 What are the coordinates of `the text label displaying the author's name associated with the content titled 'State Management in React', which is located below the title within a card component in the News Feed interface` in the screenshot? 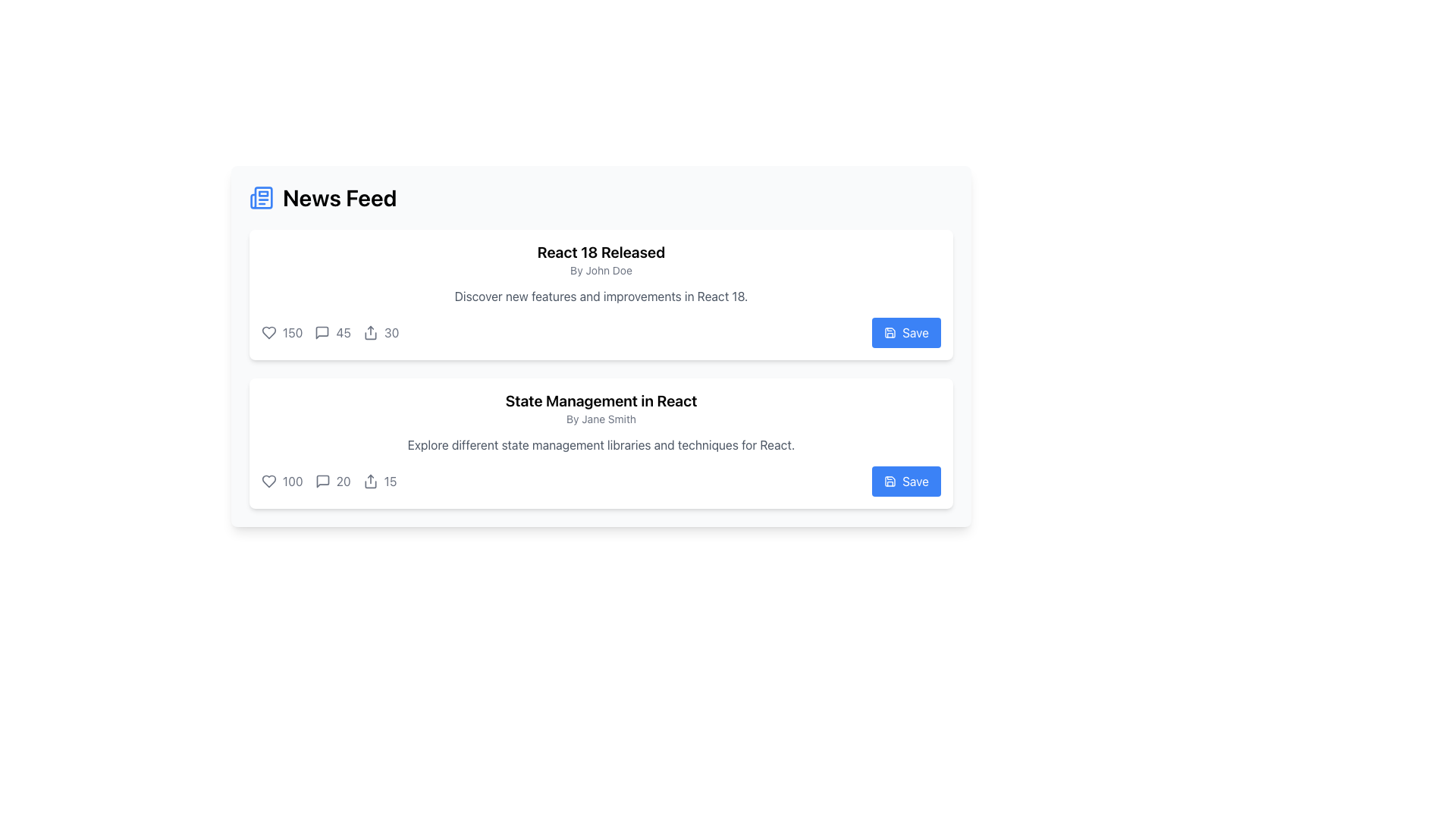 It's located at (600, 419).